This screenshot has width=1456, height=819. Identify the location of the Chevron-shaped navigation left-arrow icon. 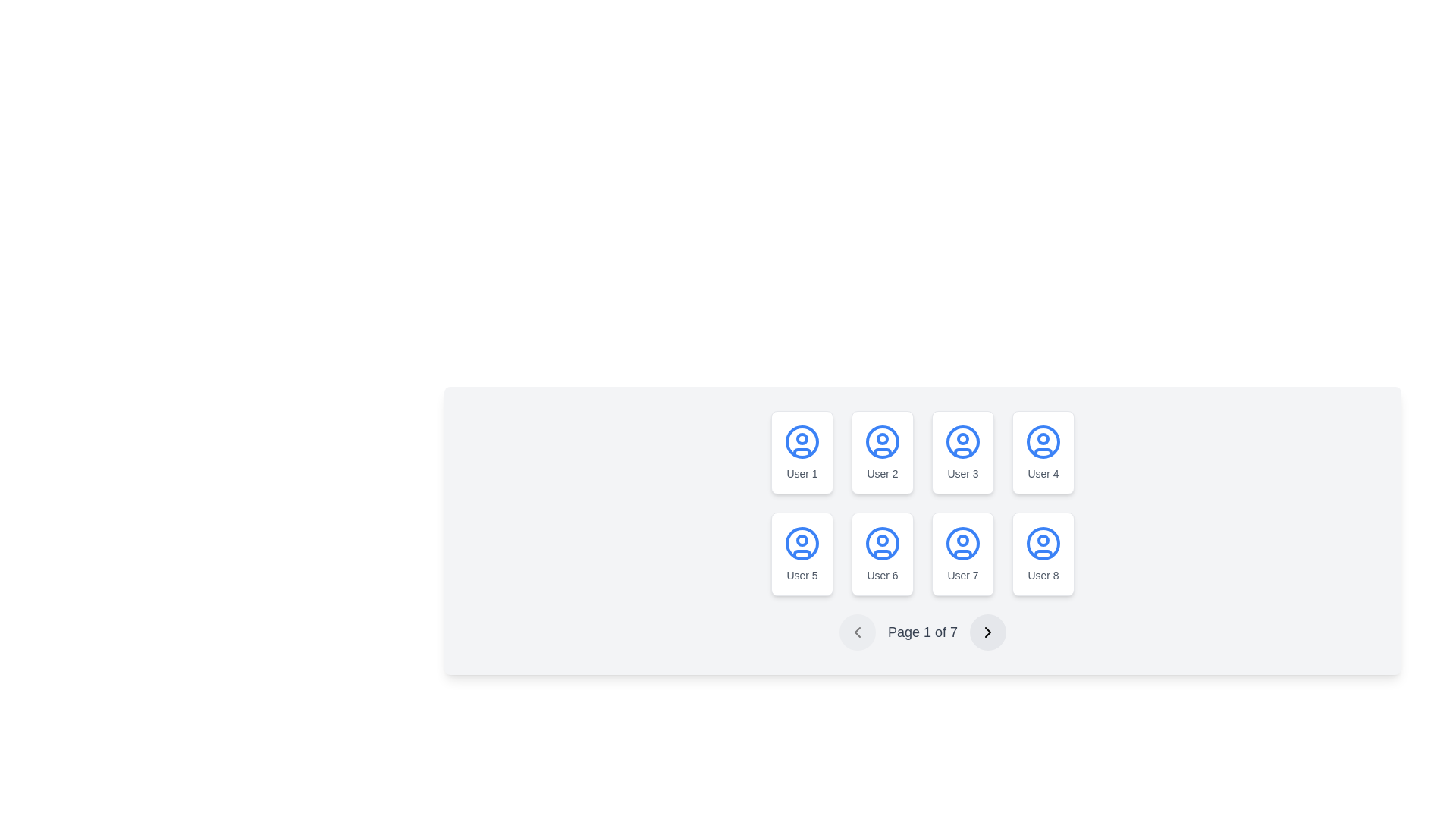
(857, 632).